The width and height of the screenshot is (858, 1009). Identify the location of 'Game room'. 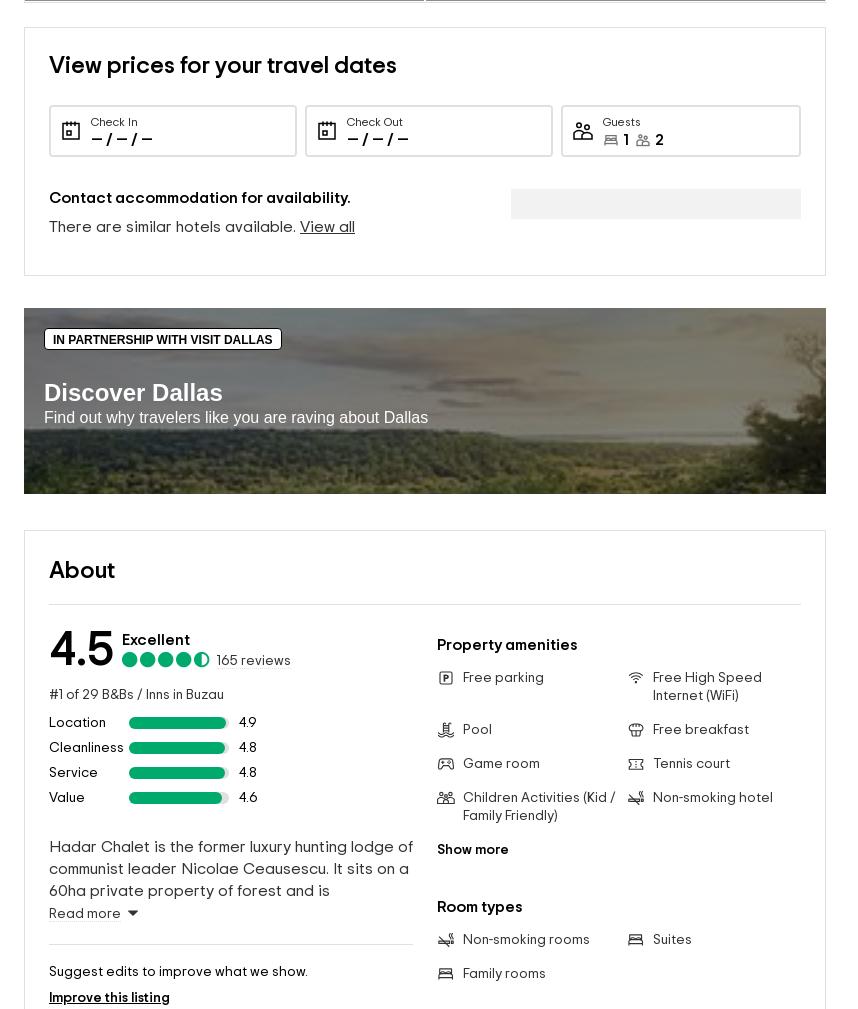
(500, 732).